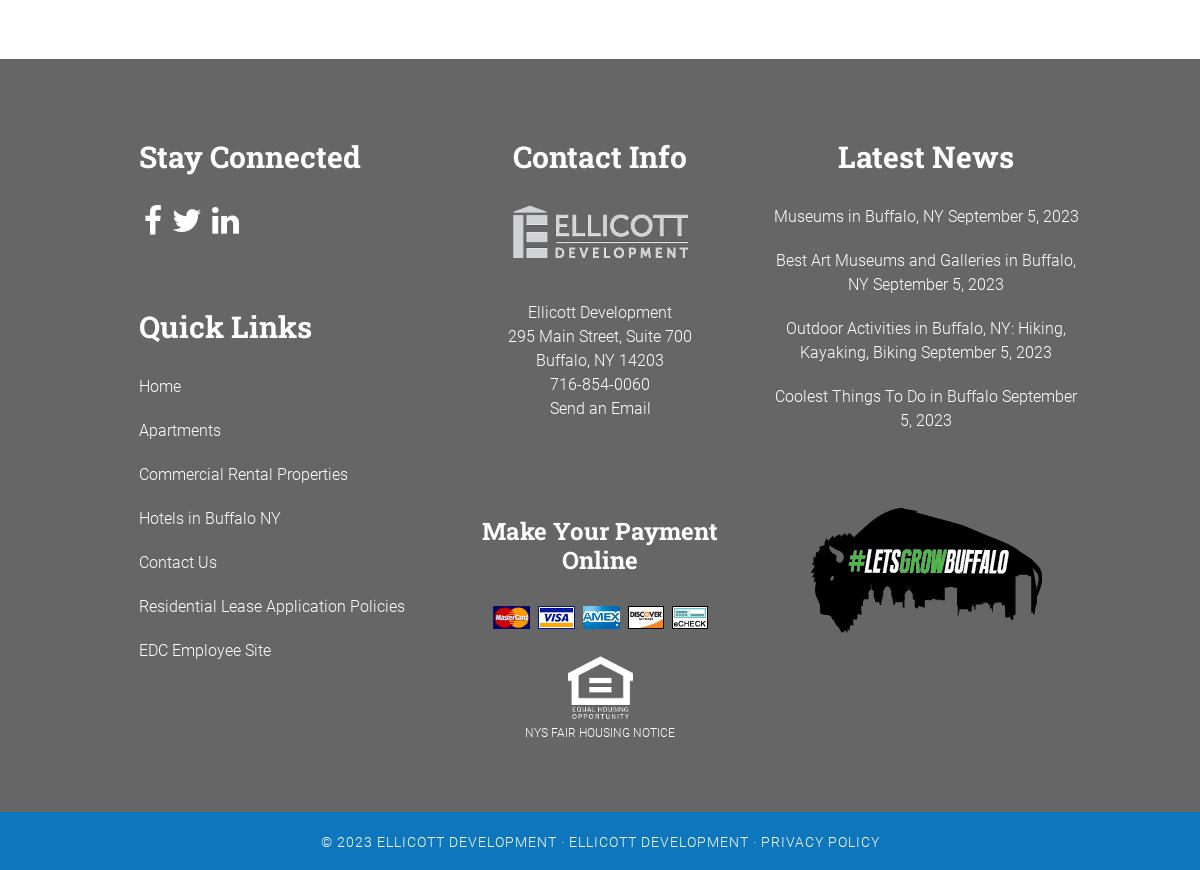  Describe the element at coordinates (600, 336) in the screenshot. I see `'295 Main Street, Suite 700'` at that location.